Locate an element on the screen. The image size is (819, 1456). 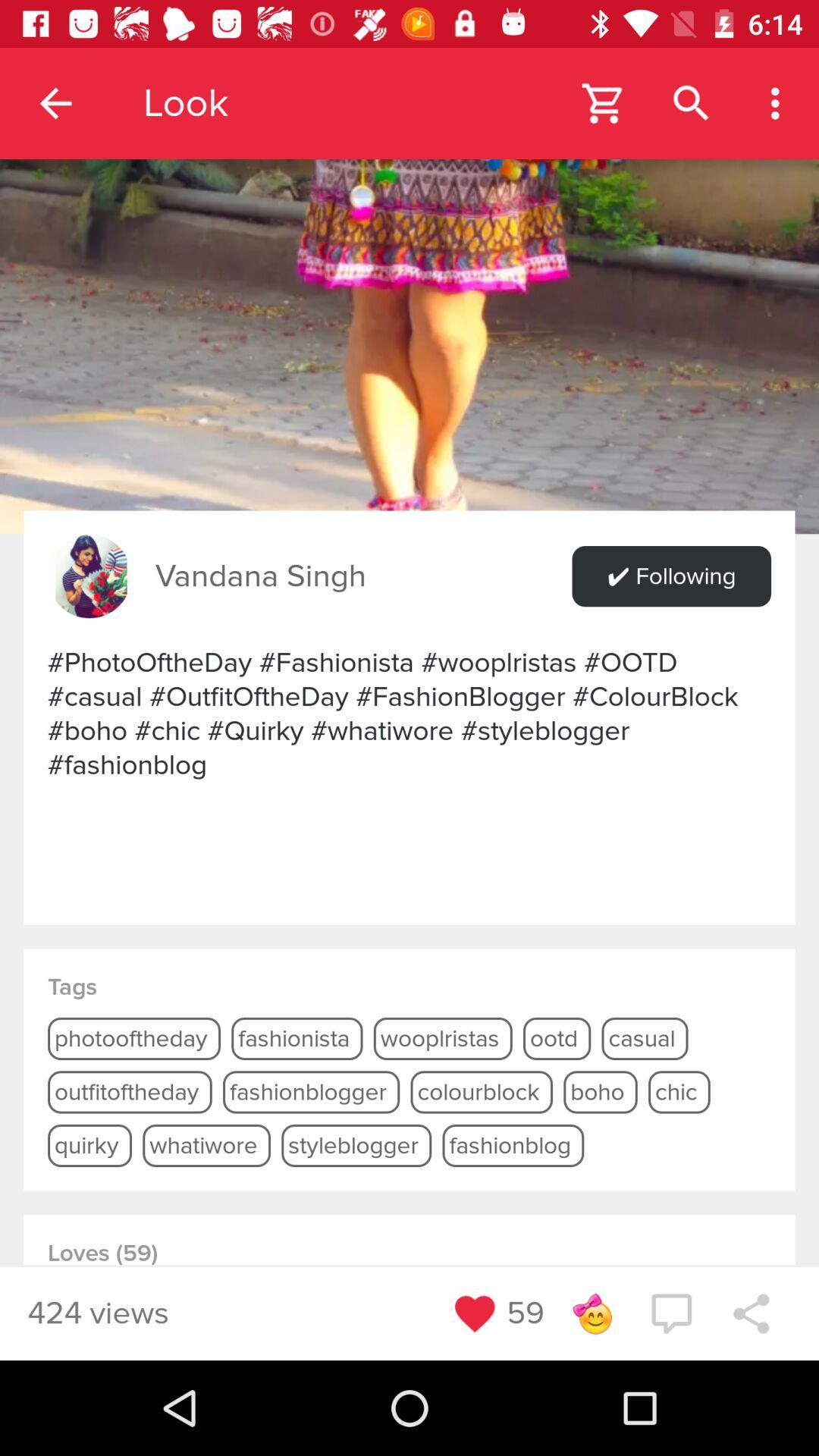
comment is located at coordinates (670, 1313).